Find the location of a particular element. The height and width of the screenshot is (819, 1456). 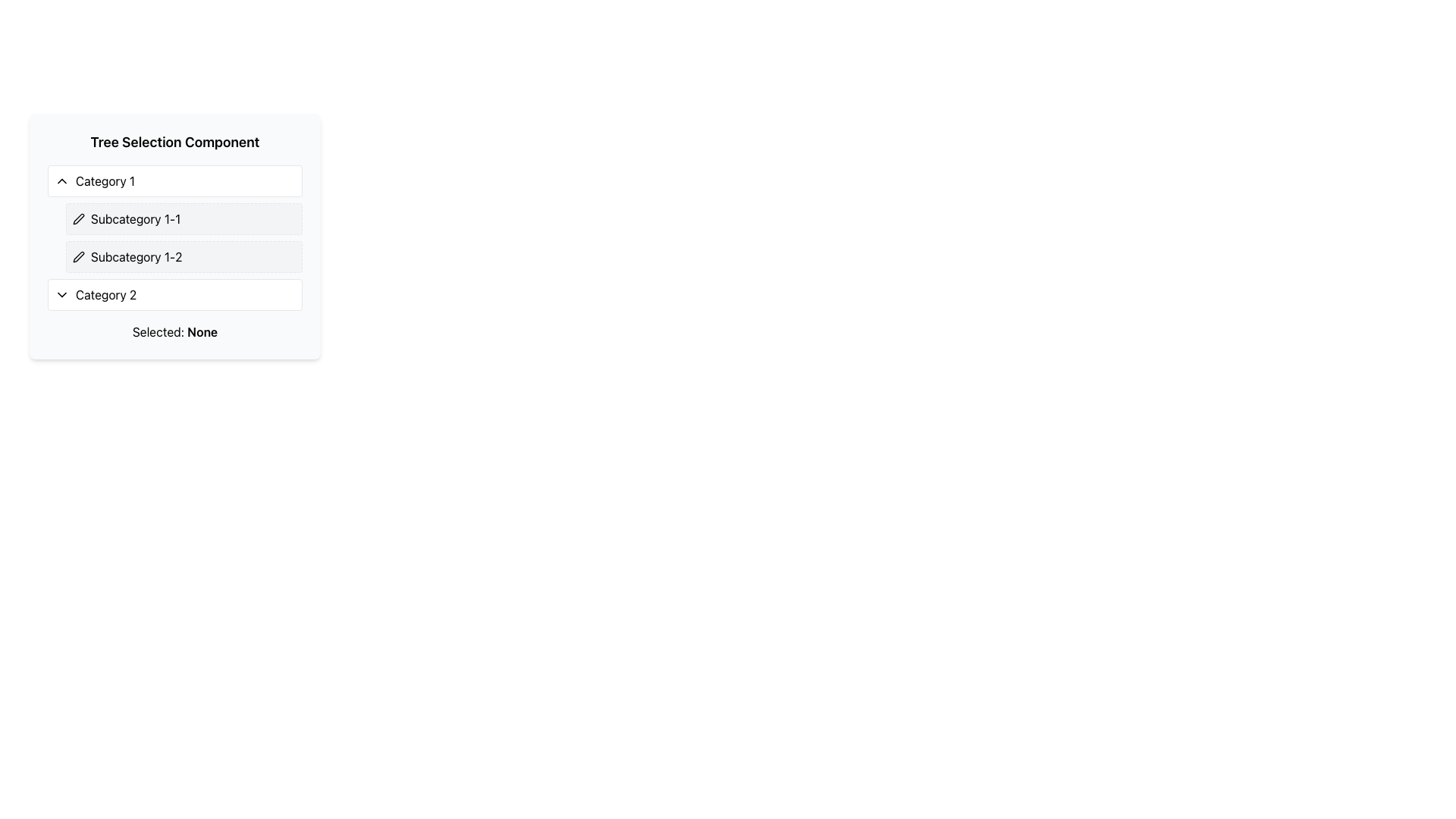

the text label displaying 'None' in bold font, located to the right of 'Selected:' under the 'Tree Selection Component' panel is located at coordinates (202, 331).